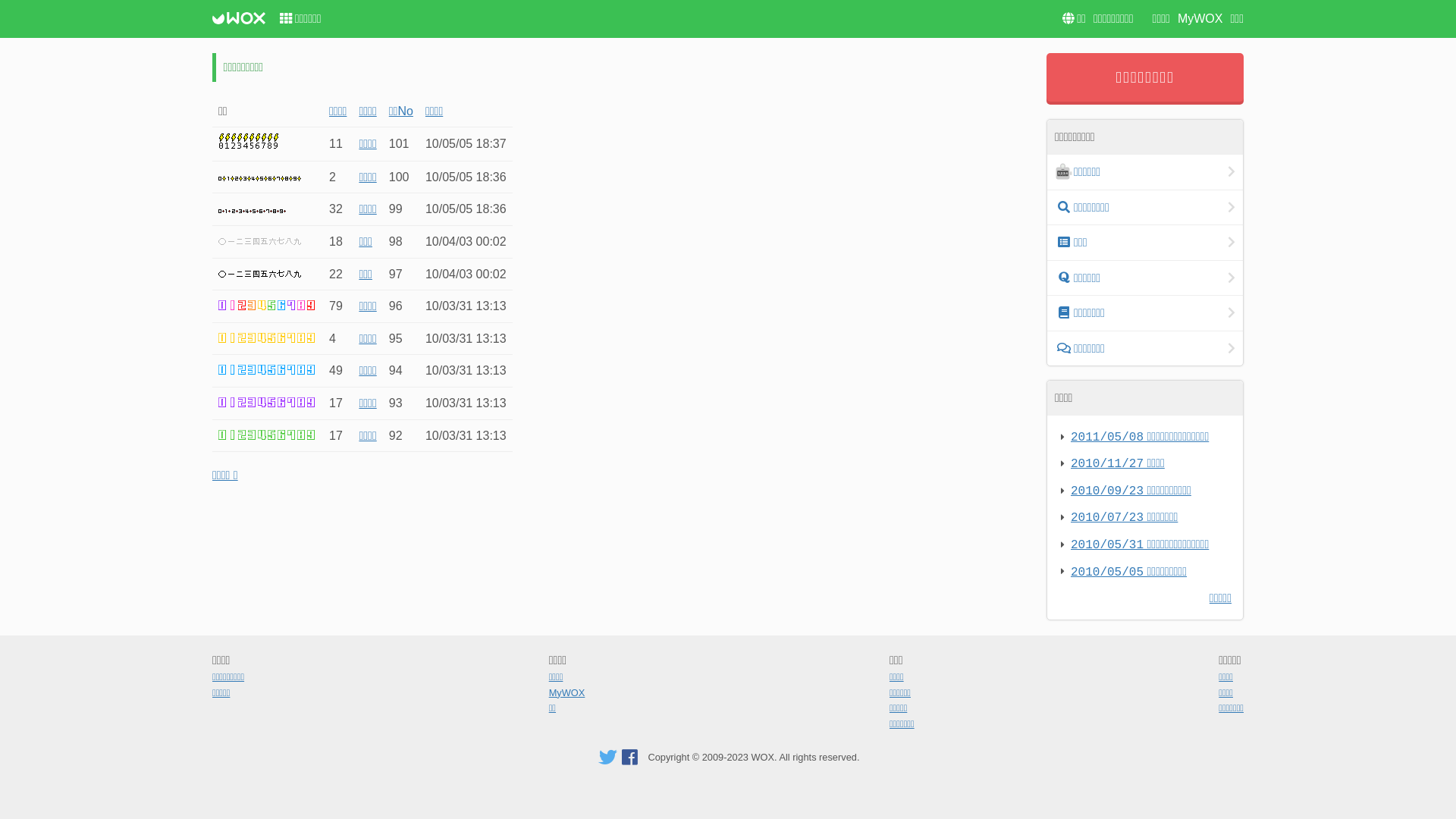 Image resolution: width=1456 pixels, height=819 pixels. I want to click on 'MyWOX', so click(1177, 18).